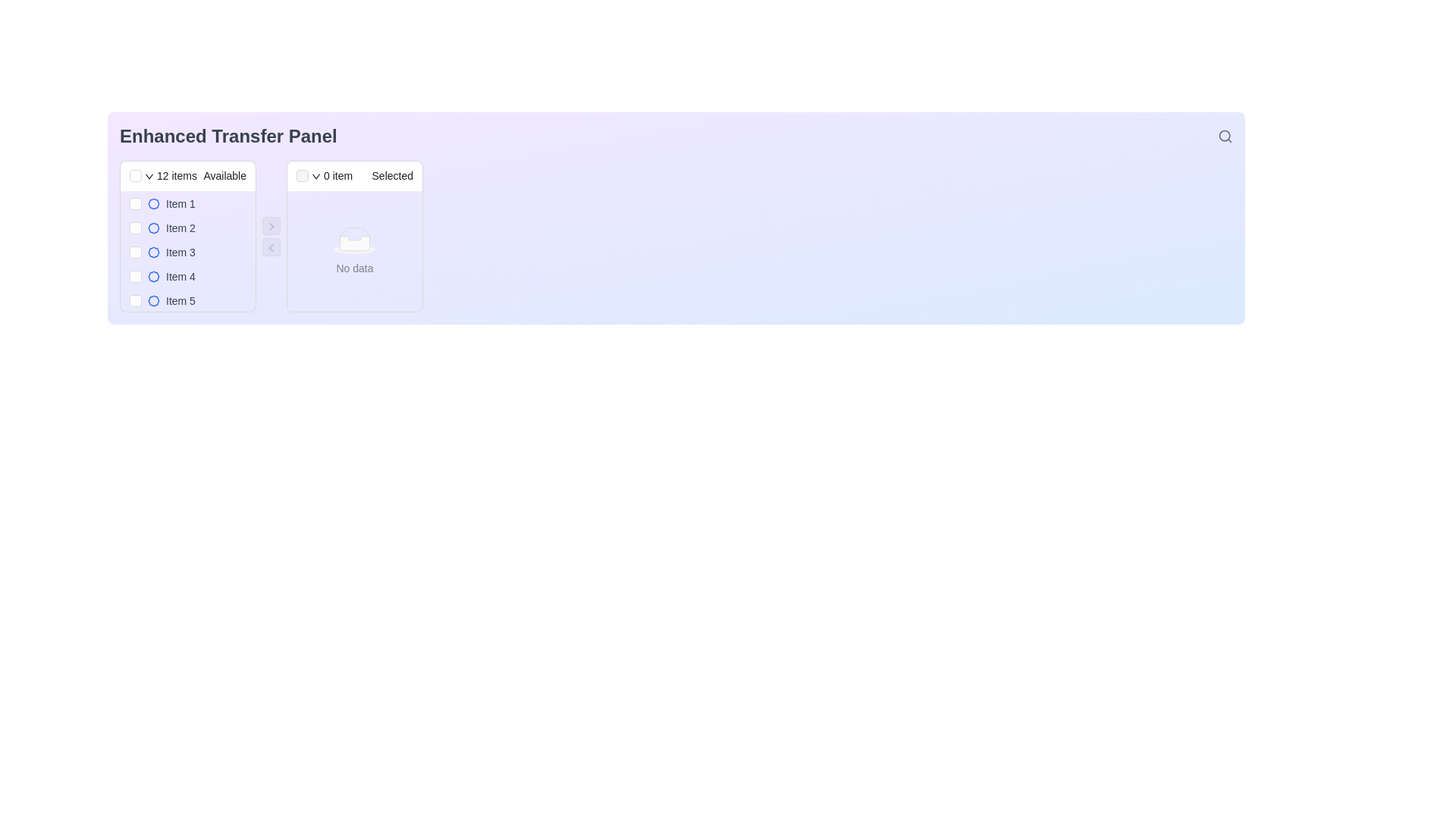 The image size is (1456, 819). I want to click on the fifth item, 'Item 5', so click(196, 301).